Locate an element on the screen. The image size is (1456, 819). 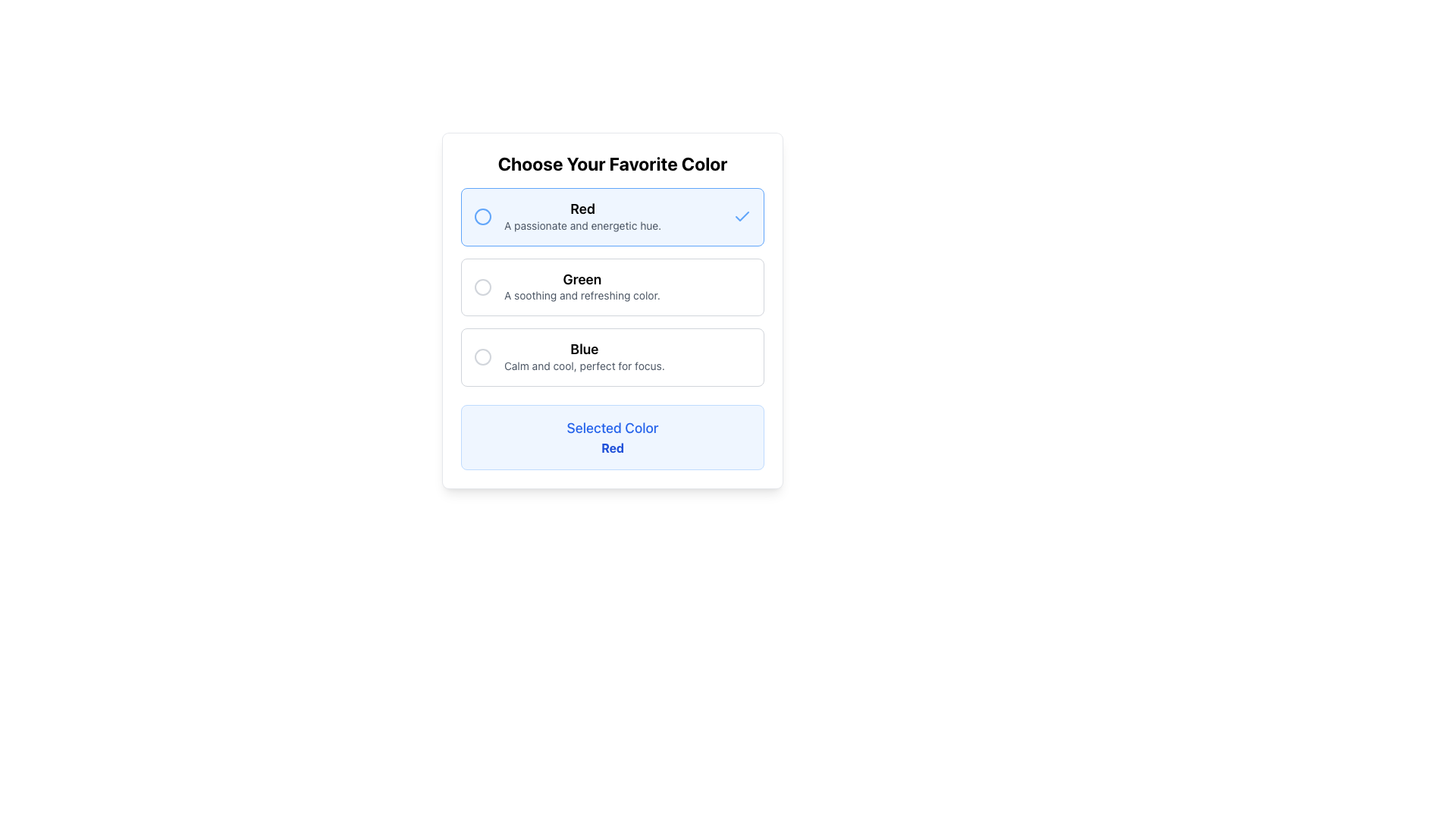
the third selectable option labeled 'Blue' in the vertical list is located at coordinates (612, 356).